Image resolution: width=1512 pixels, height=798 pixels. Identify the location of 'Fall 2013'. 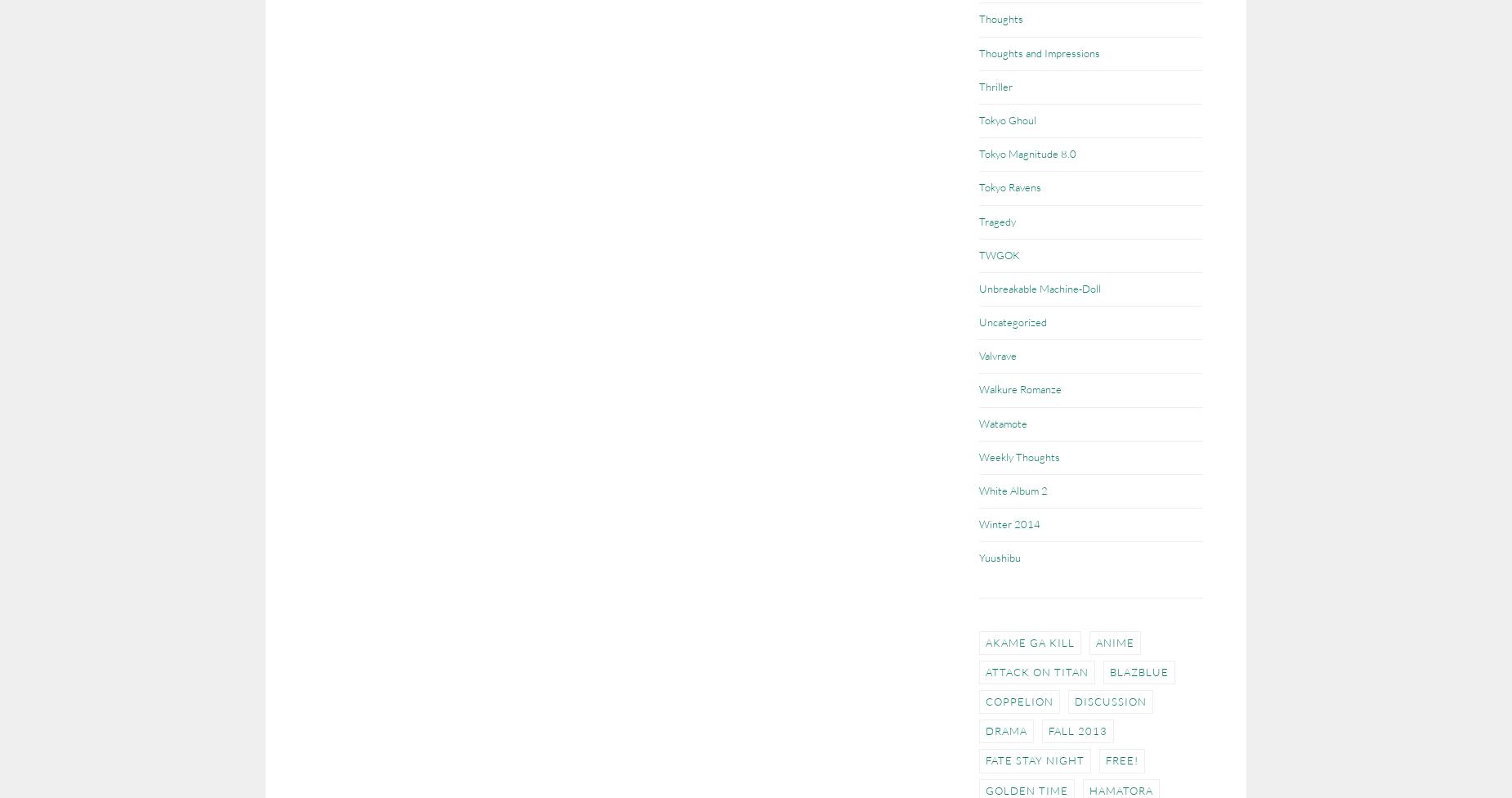
(1077, 730).